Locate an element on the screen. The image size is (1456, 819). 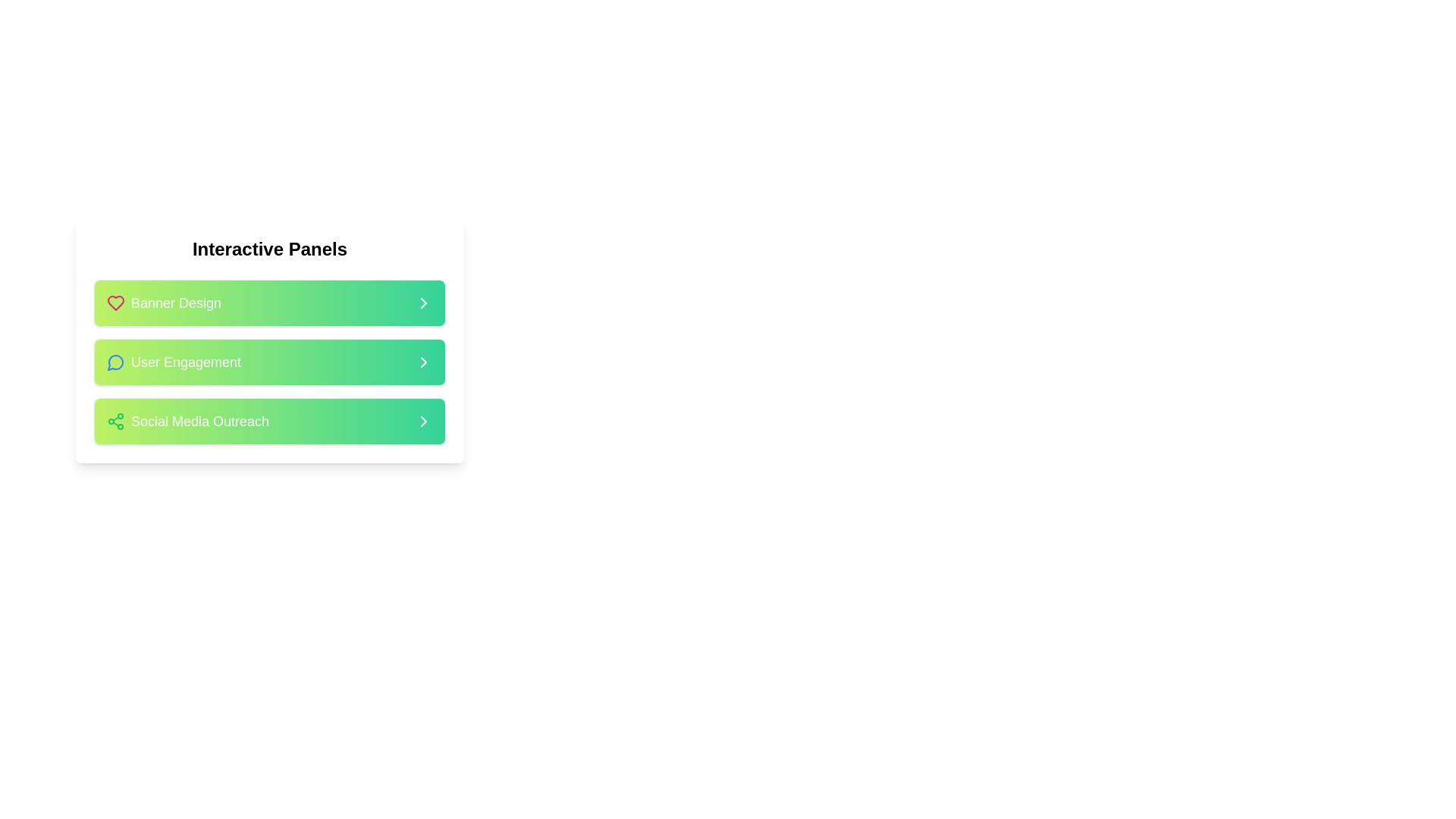
the right-pointing chevron icon located at the far-right end of the second green strip labeled 'User Engagement' is located at coordinates (423, 362).